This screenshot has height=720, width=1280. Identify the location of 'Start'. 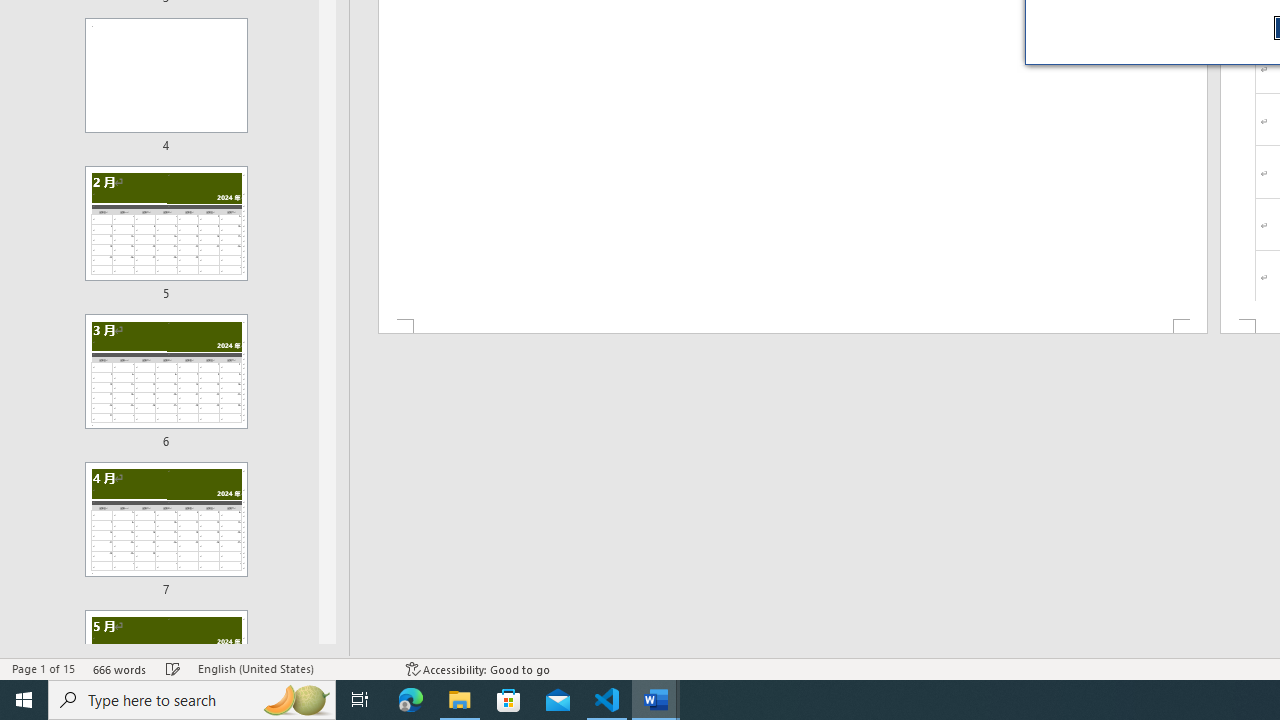
(24, 698).